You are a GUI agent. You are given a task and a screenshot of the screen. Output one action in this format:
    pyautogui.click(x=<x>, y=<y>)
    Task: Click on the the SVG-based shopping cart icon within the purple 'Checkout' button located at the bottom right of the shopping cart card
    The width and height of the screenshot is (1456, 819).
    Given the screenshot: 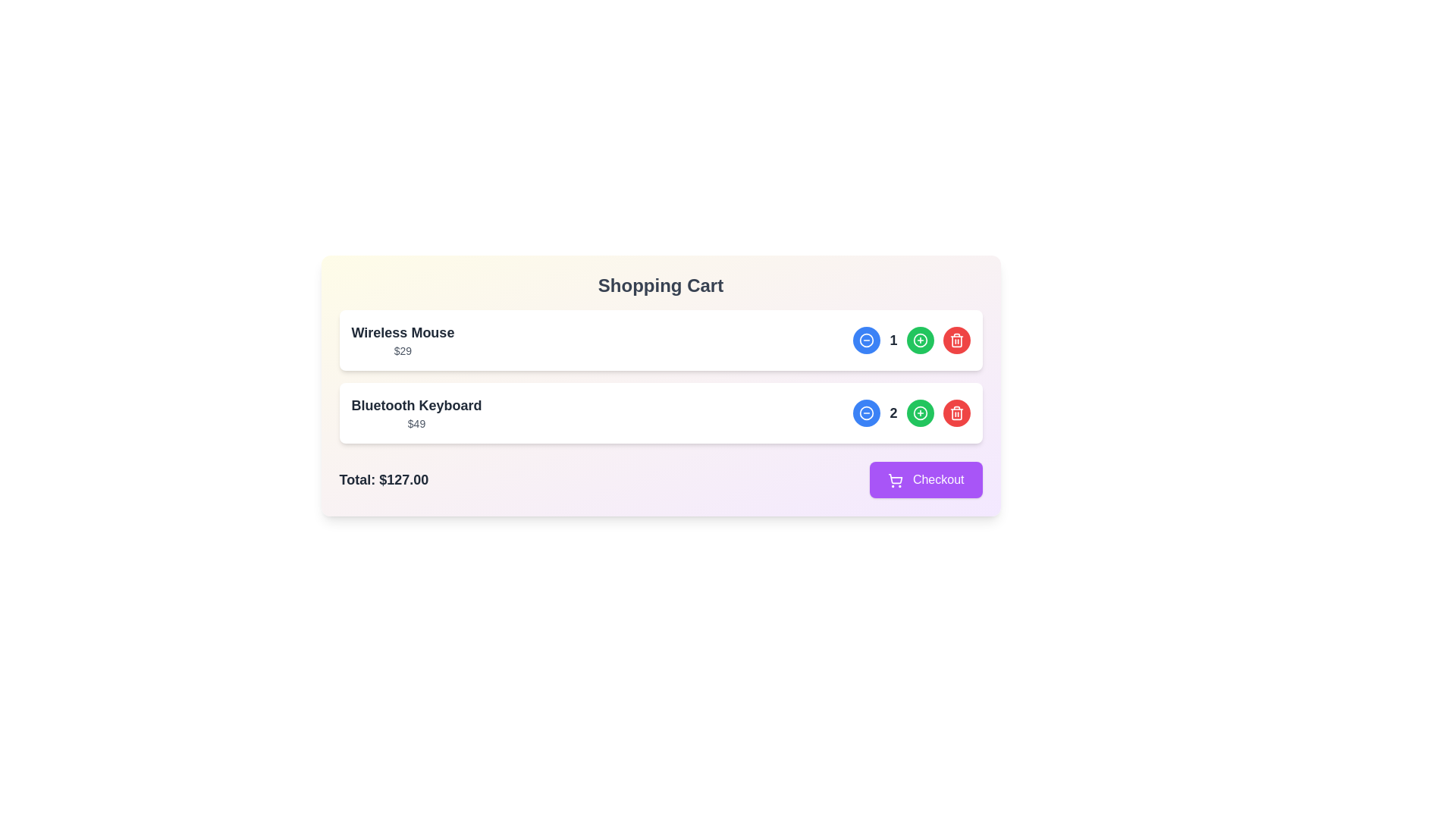 What is the action you would take?
    pyautogui.click(x=896, y=479)
    